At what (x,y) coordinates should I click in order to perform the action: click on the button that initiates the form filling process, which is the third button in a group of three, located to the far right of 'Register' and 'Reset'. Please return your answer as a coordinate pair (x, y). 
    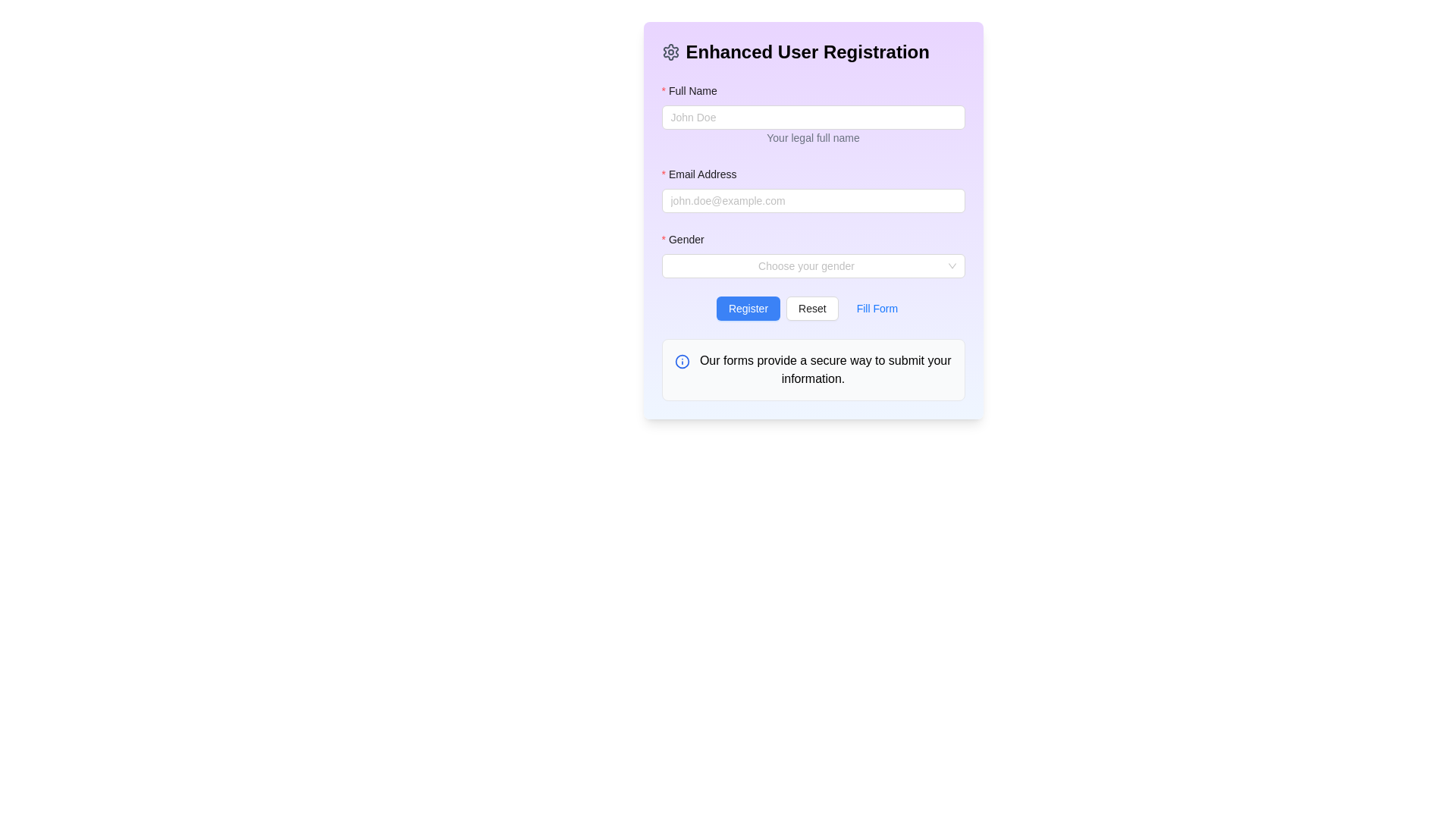
    Looking at the image, I should click on (877, 308).